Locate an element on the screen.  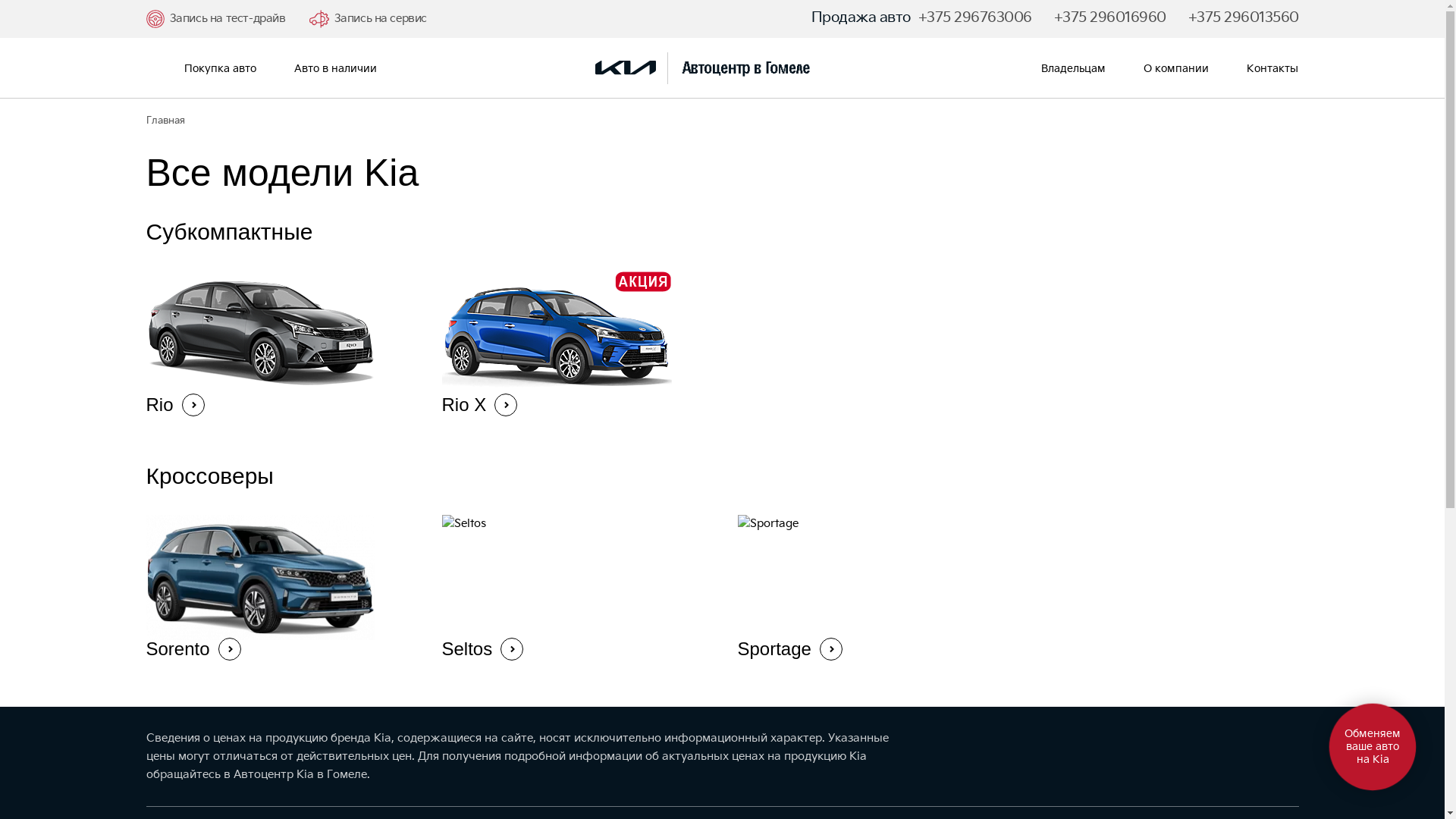
'Rio' is located at coordinates (278, 345).